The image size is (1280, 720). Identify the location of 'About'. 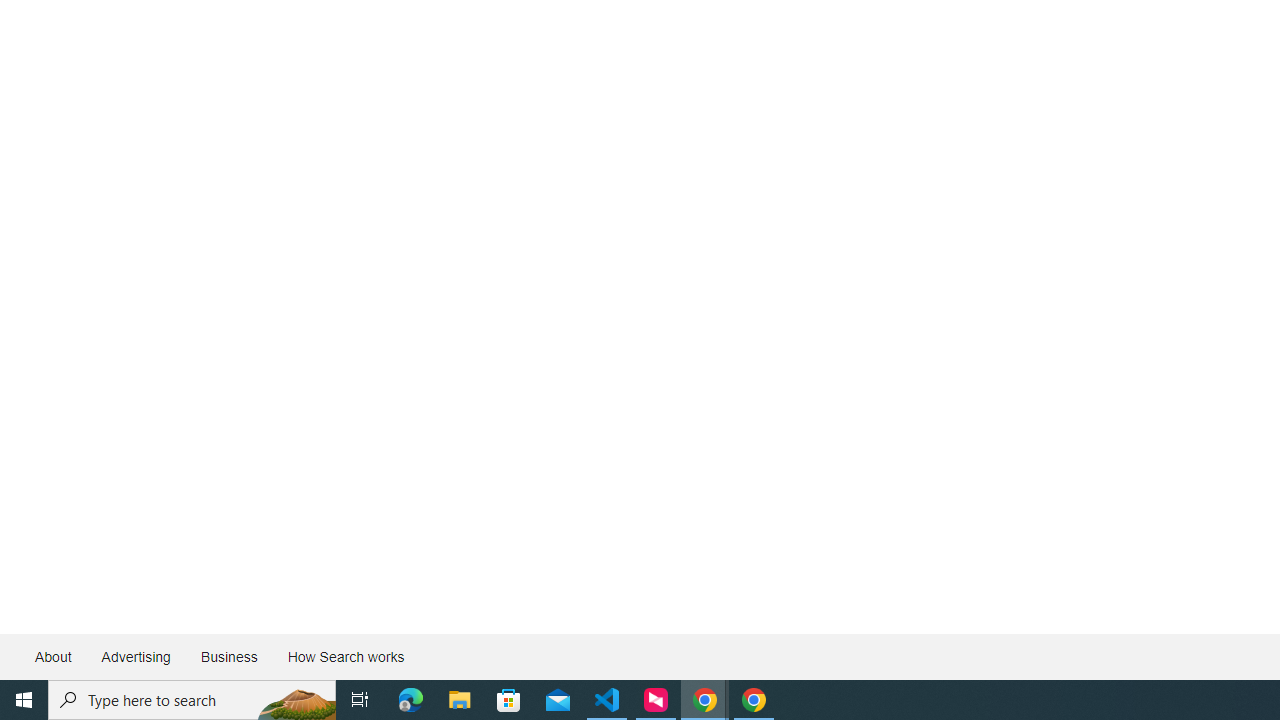
(53, 657).